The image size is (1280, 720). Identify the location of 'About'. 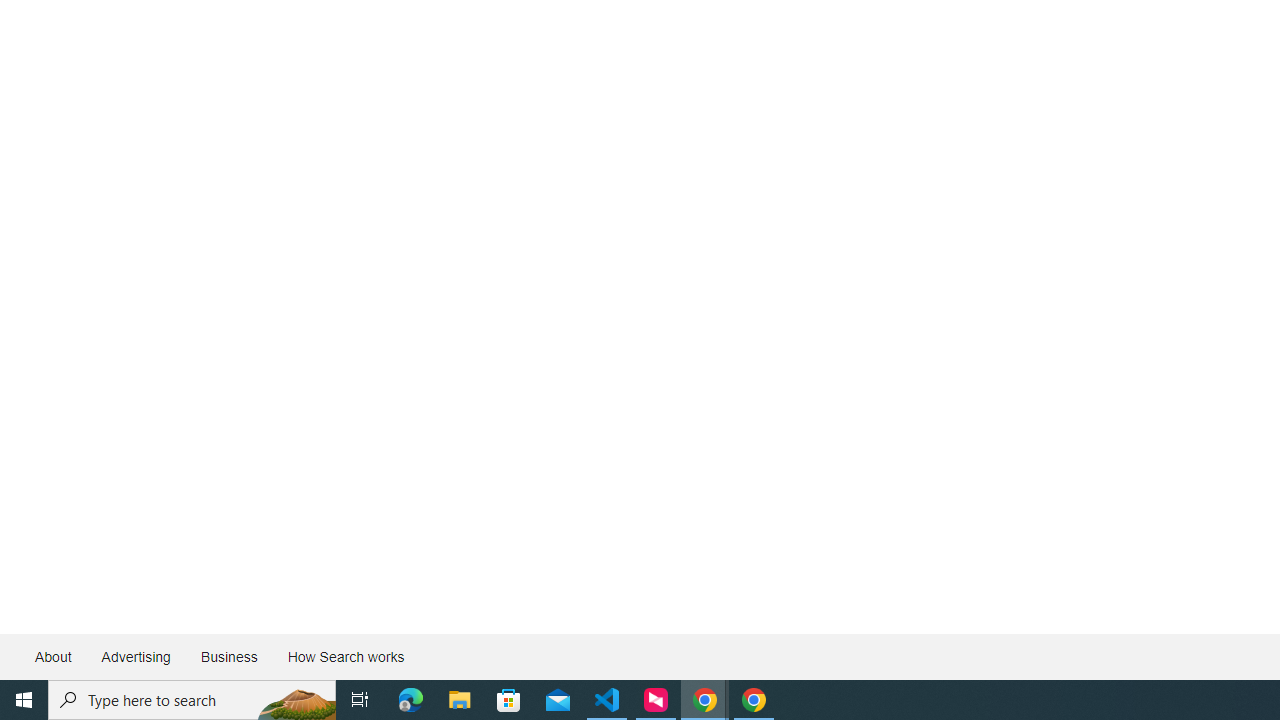
(53, 657).